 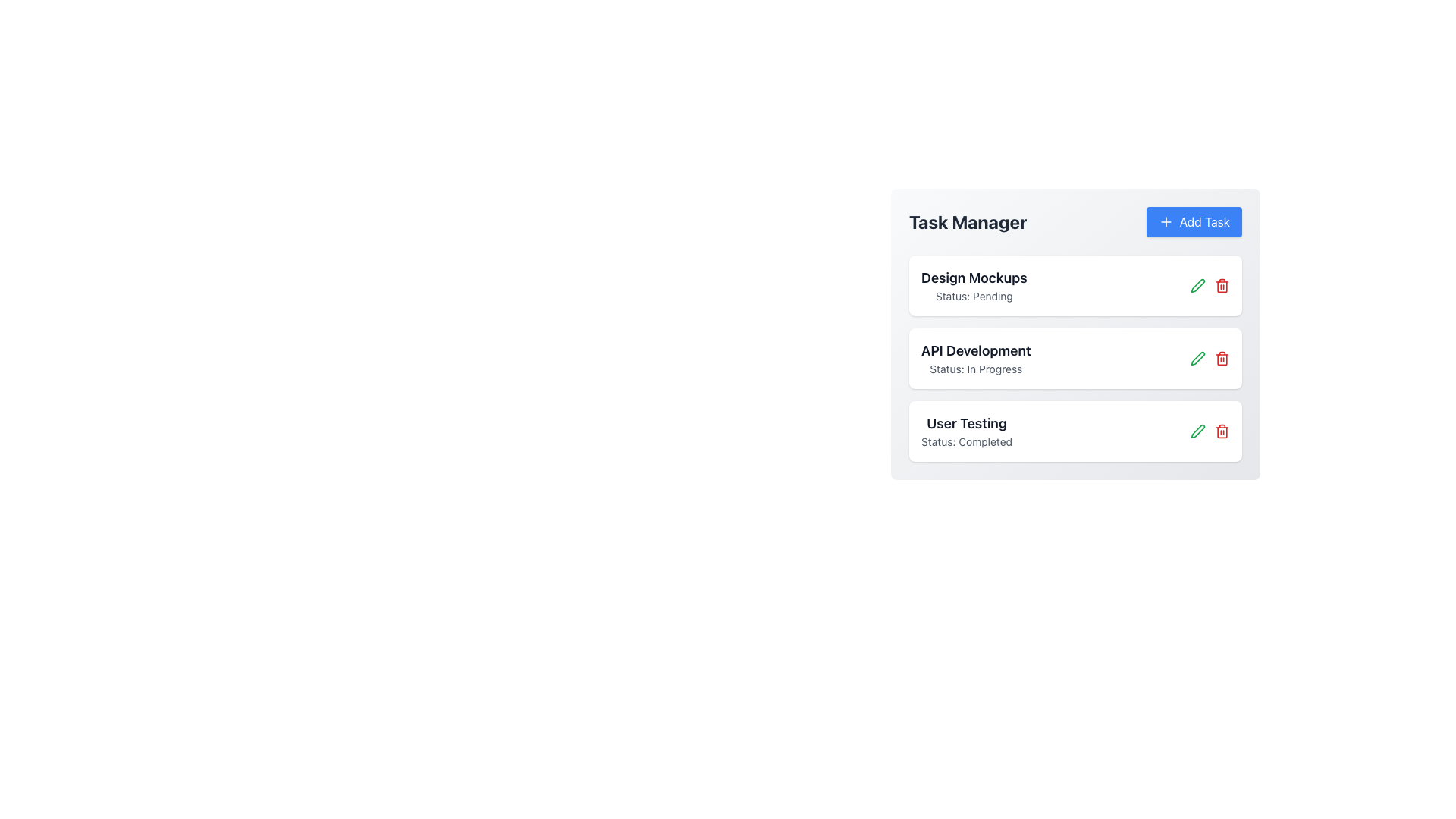 I want to click on the static text label 'API Development' which is styled with a larger font size, bolded text, and dark gray color, located under the 'Task Manager' heading in the task list interface, so click(x=976, y=350).